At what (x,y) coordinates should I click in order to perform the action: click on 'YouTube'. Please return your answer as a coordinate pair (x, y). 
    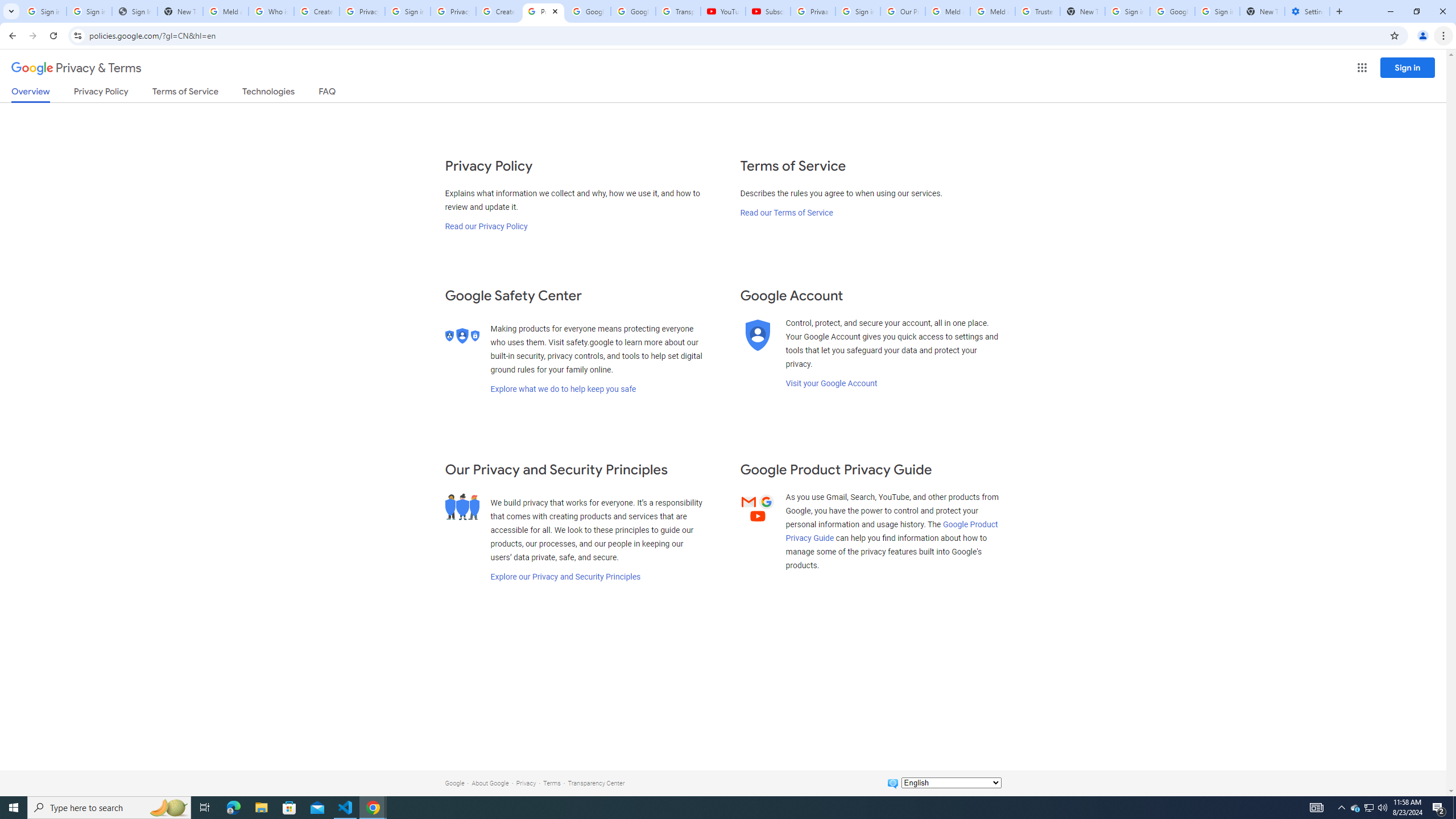
    Looking at the image, I should click on (723, 11).